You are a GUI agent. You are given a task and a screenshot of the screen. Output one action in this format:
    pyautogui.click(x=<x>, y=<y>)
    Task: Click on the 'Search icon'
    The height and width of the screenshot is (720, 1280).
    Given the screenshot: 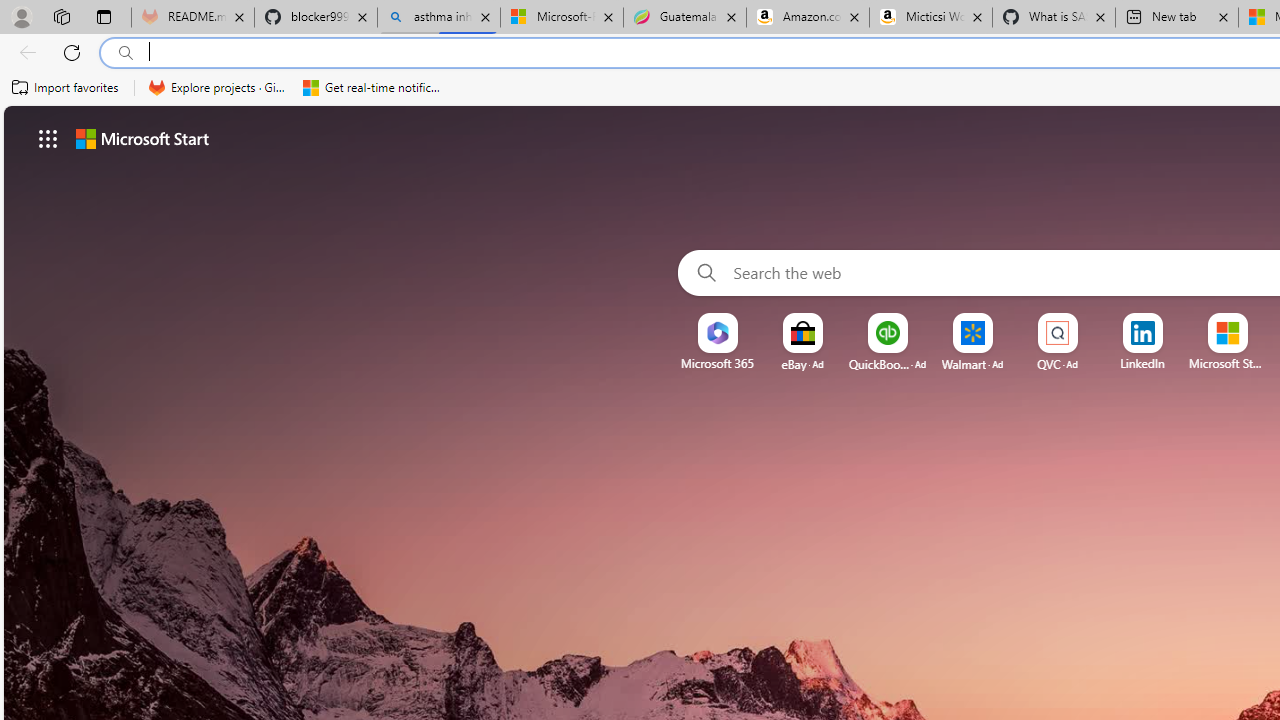 What is the action you would take?
    pyautogui.click(x=125, y=52)
    